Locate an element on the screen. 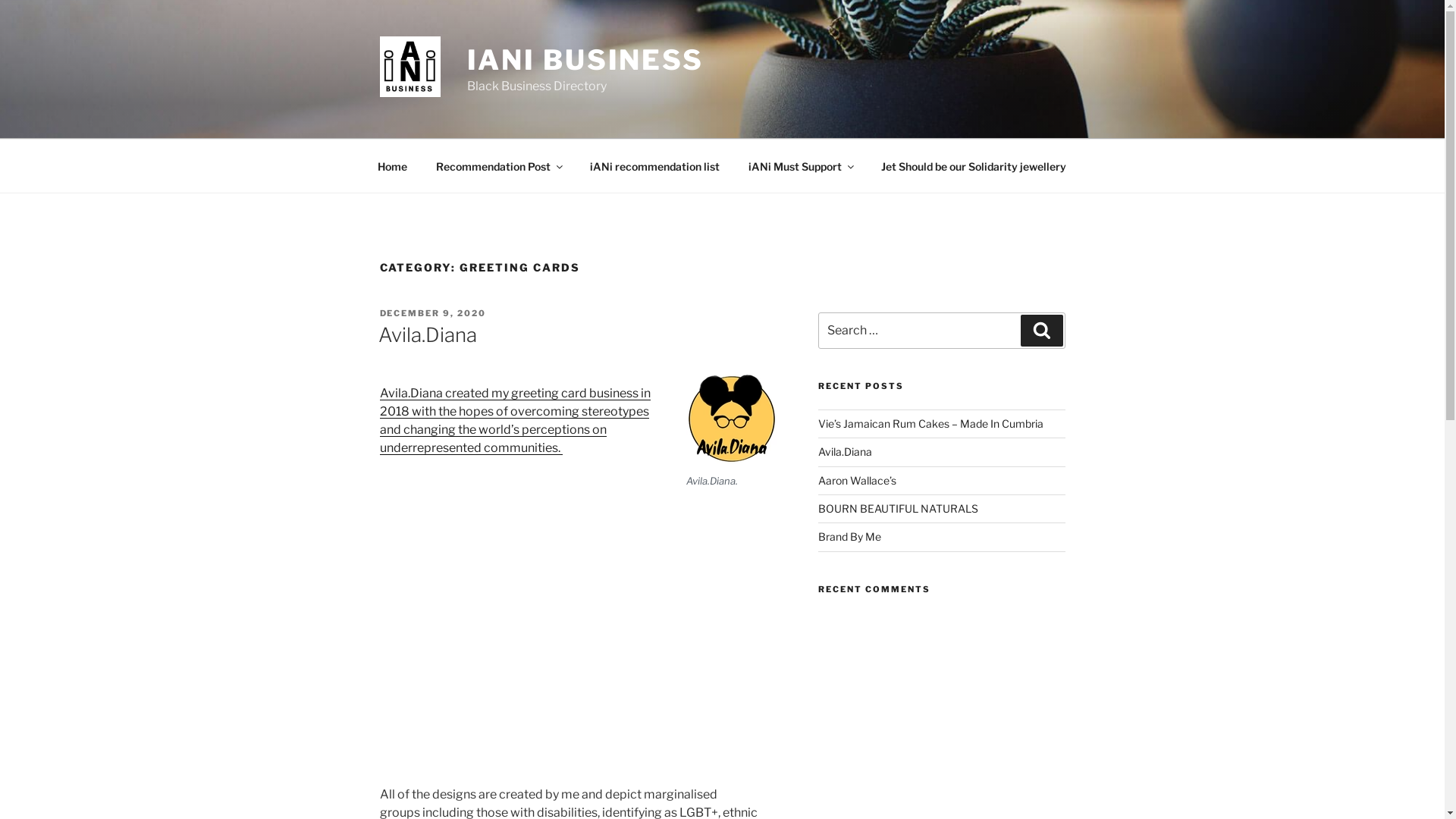 The image size is (1456, 819). 'iANi Must Support' is located at coordinates (800, 165).